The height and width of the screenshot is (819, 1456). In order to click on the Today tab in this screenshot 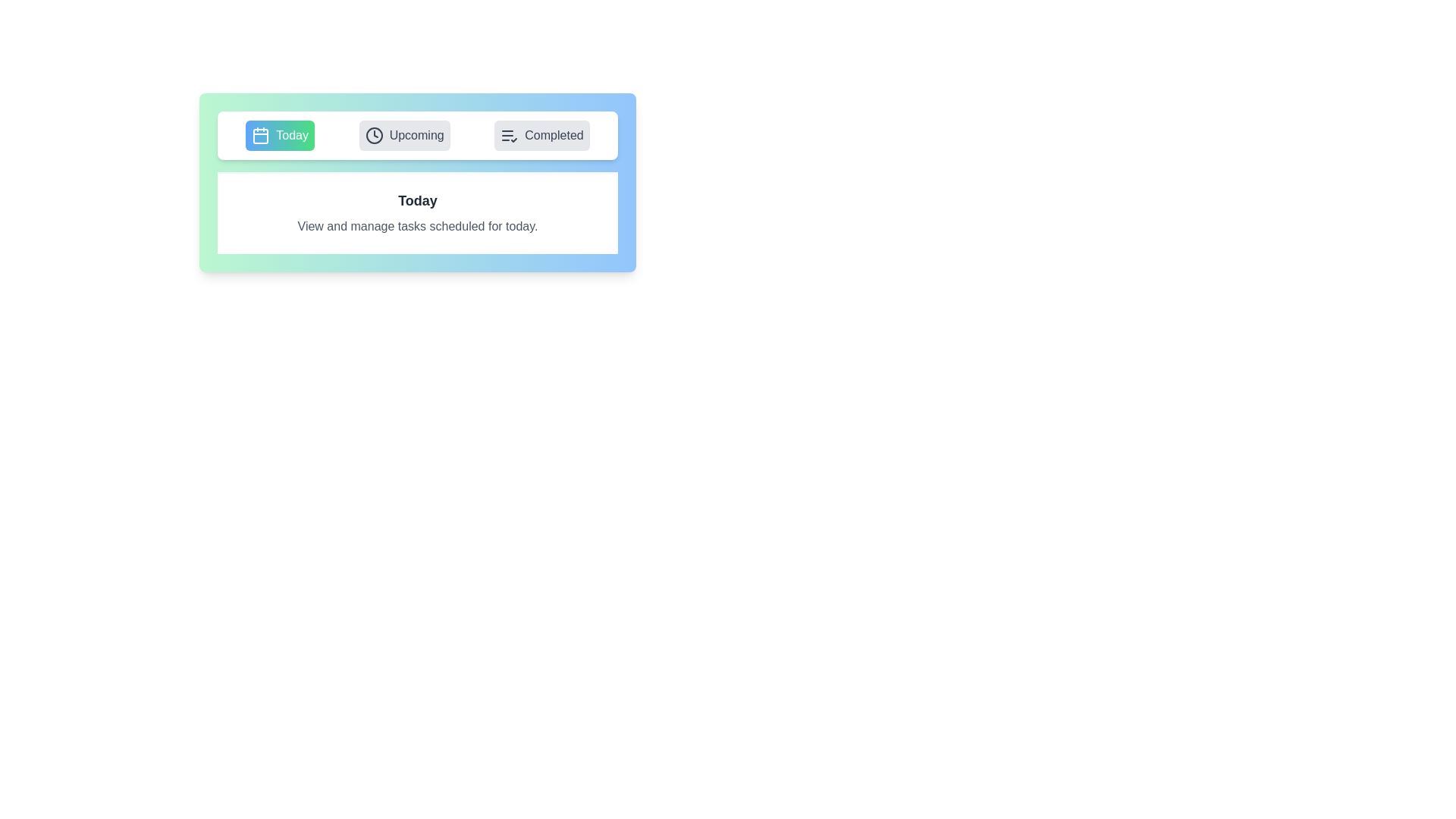, I will do `click(280, 134)`.